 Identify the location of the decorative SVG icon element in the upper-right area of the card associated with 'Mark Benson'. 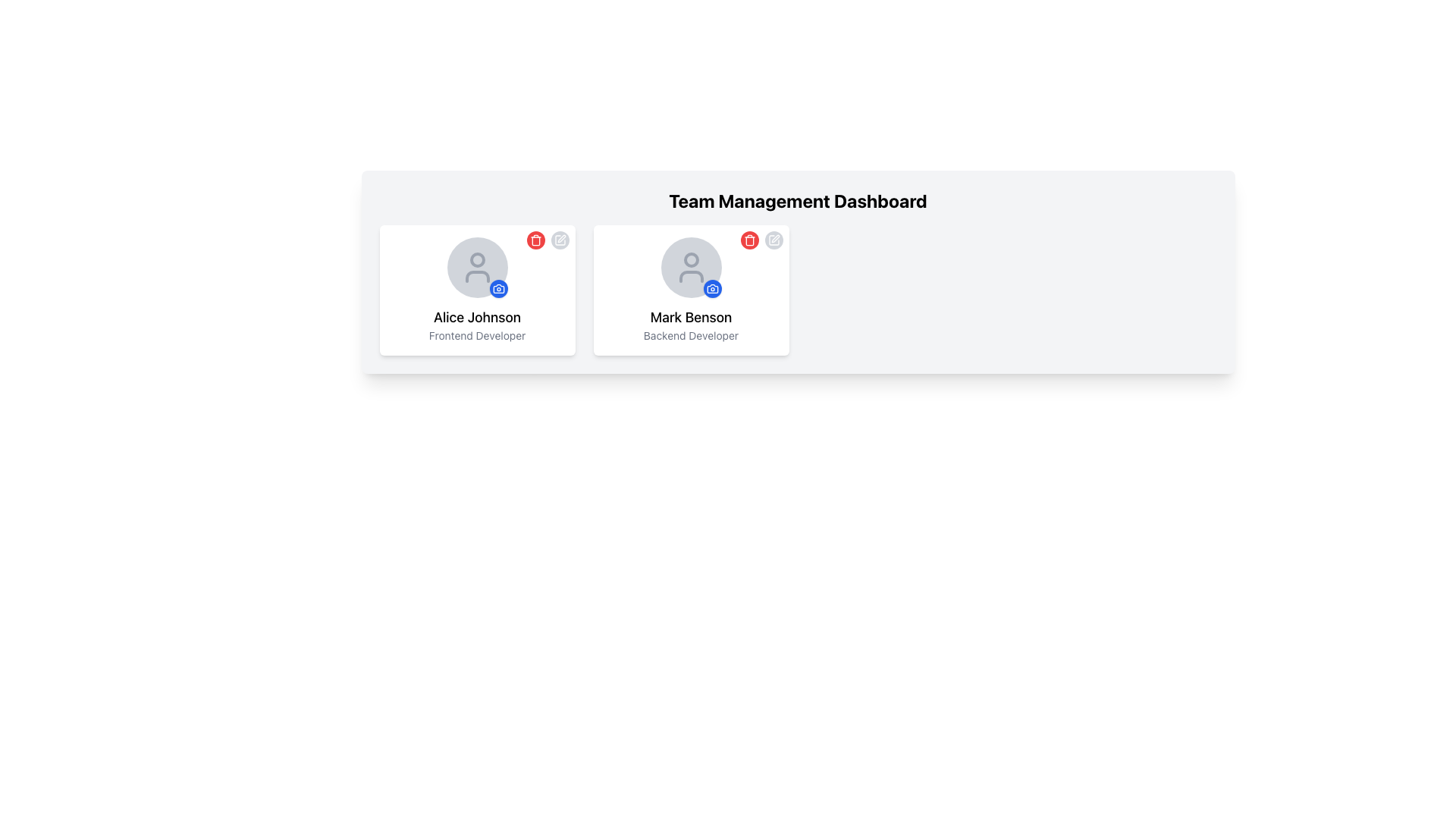
(773, 239).